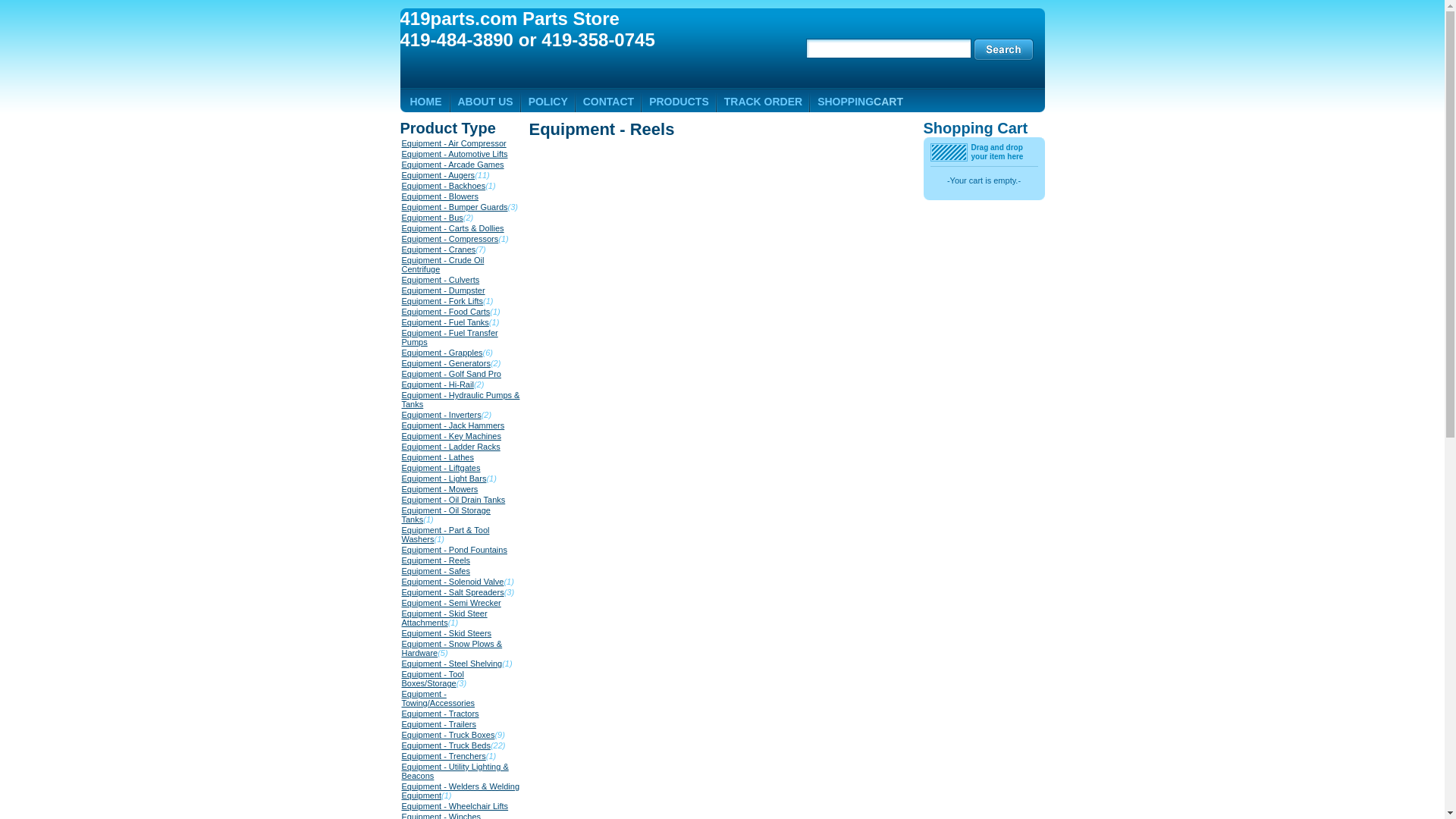  I want to click on 'Equipment - Golf Sand Pro', so click(450, 374).